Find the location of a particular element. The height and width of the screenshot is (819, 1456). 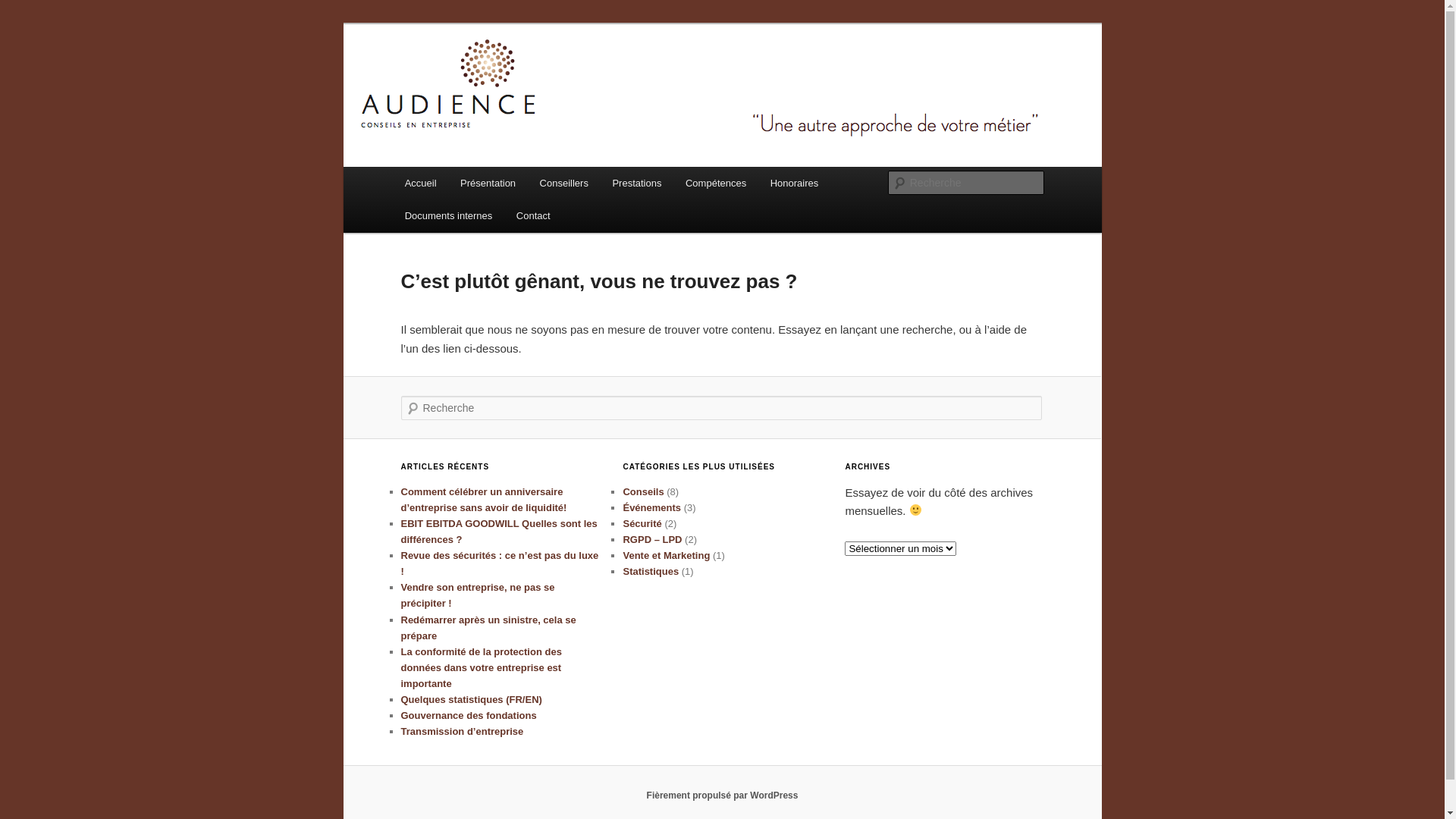

'Aller au contenu principal' is located at coordinates (23, 23).